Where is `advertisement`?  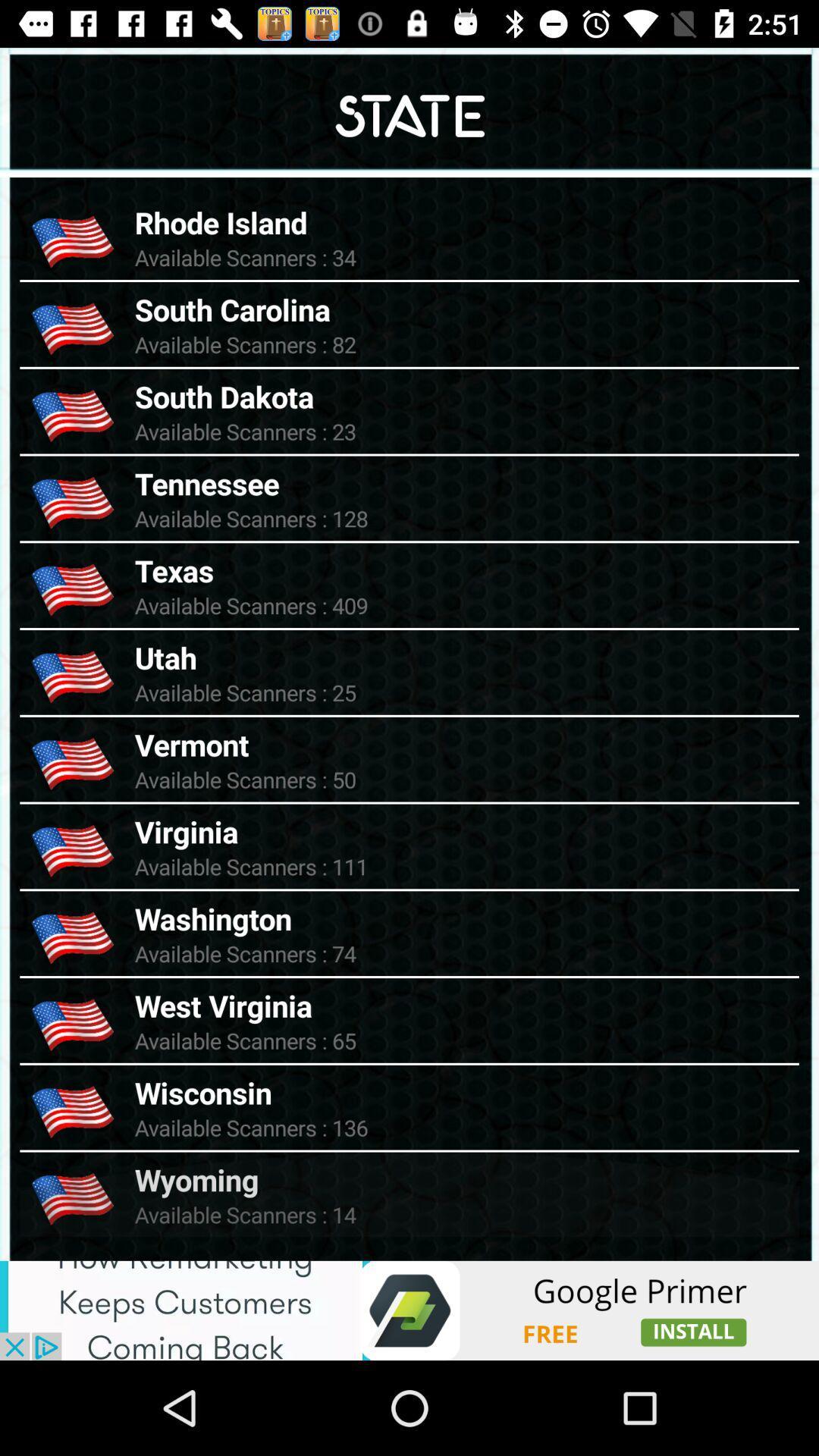
advertisement is located at coordinates (409, 1310).